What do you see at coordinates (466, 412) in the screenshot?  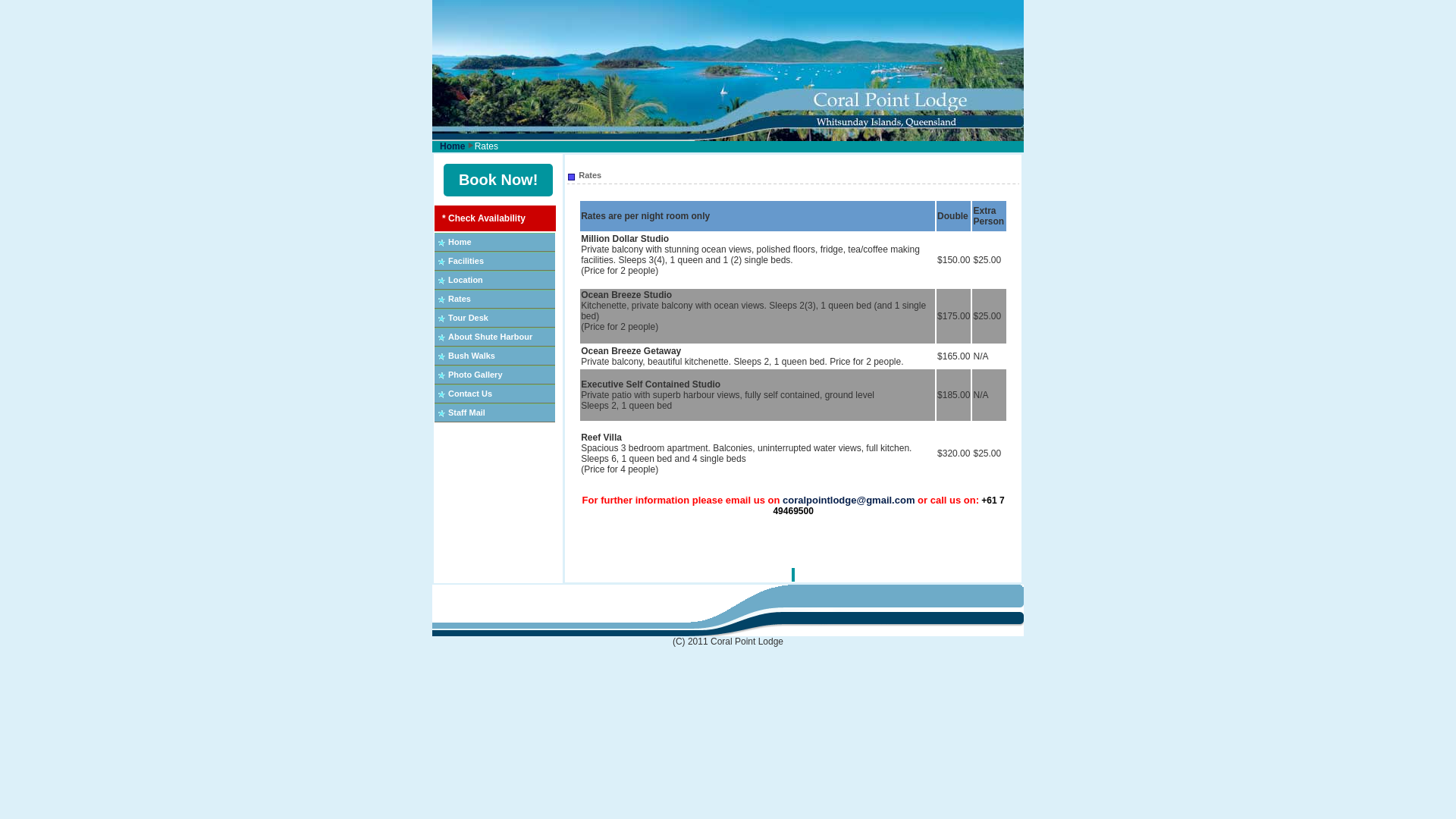 I see `'Staff Mail'` at bounding box center [466, 412].